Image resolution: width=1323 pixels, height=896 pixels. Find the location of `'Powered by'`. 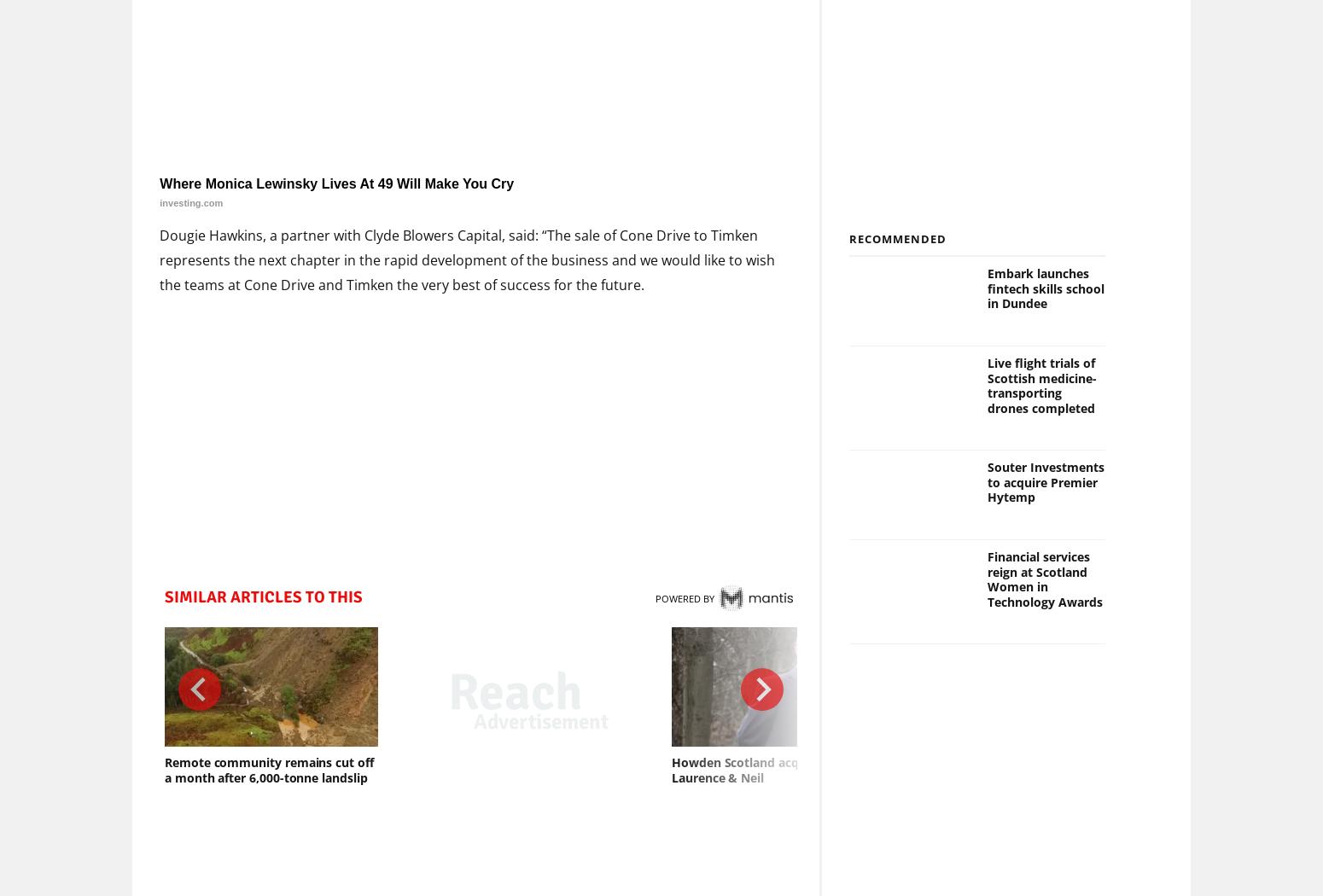

'Powered by' is located at coordinates (683, 597).